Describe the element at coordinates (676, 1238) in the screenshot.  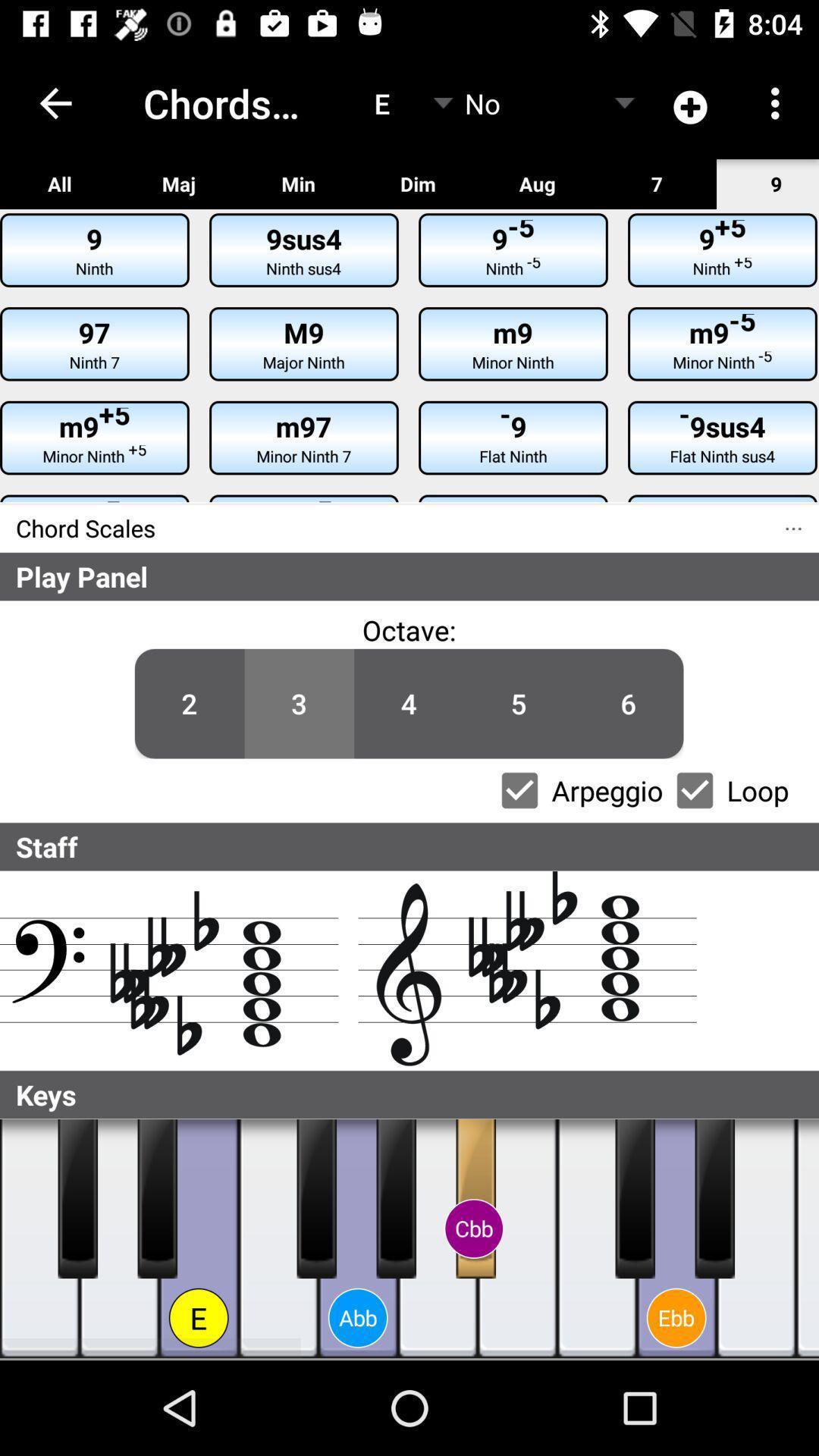
I see `d keyboard key` at that location.